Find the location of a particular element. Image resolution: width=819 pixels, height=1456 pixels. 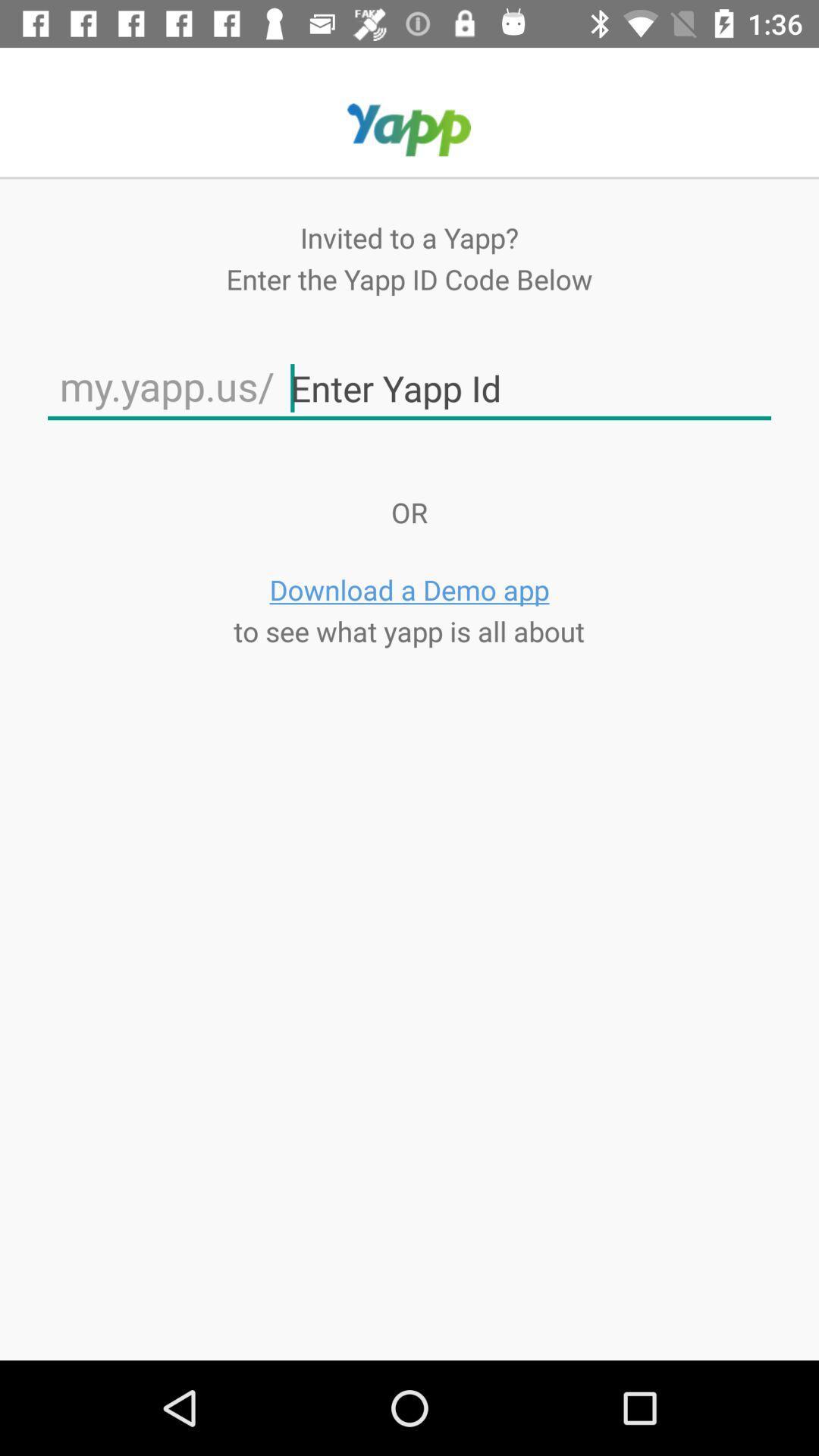

app below or icon is located at coordinates (409, 588).